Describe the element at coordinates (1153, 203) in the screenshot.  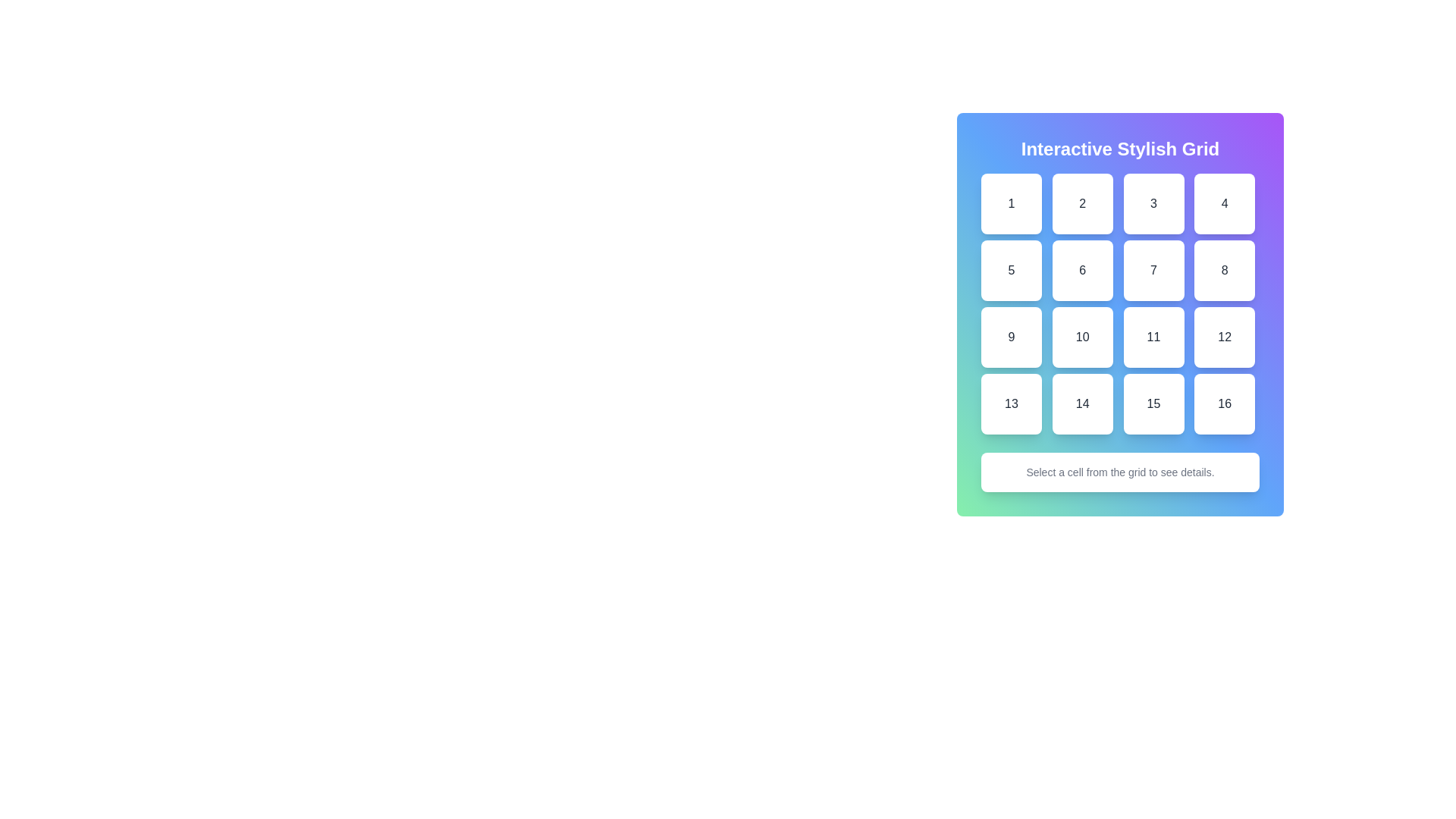
I see `the square button labeled '3' with a white background` at that location.